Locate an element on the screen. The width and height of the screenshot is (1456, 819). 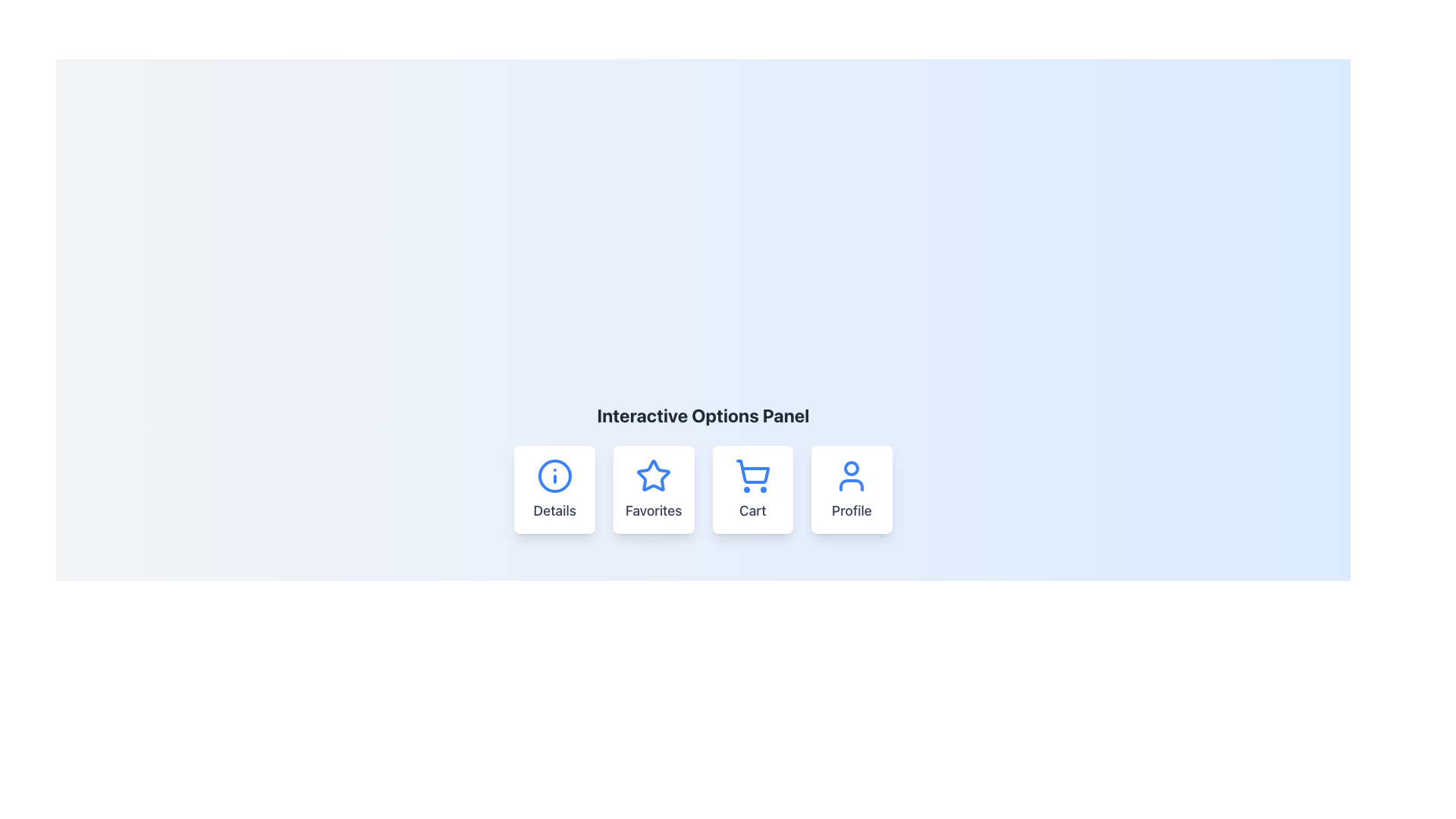
the user profile SVG icon located in the bottom-right of the interactive options panel is located at coordinates (852, 475).